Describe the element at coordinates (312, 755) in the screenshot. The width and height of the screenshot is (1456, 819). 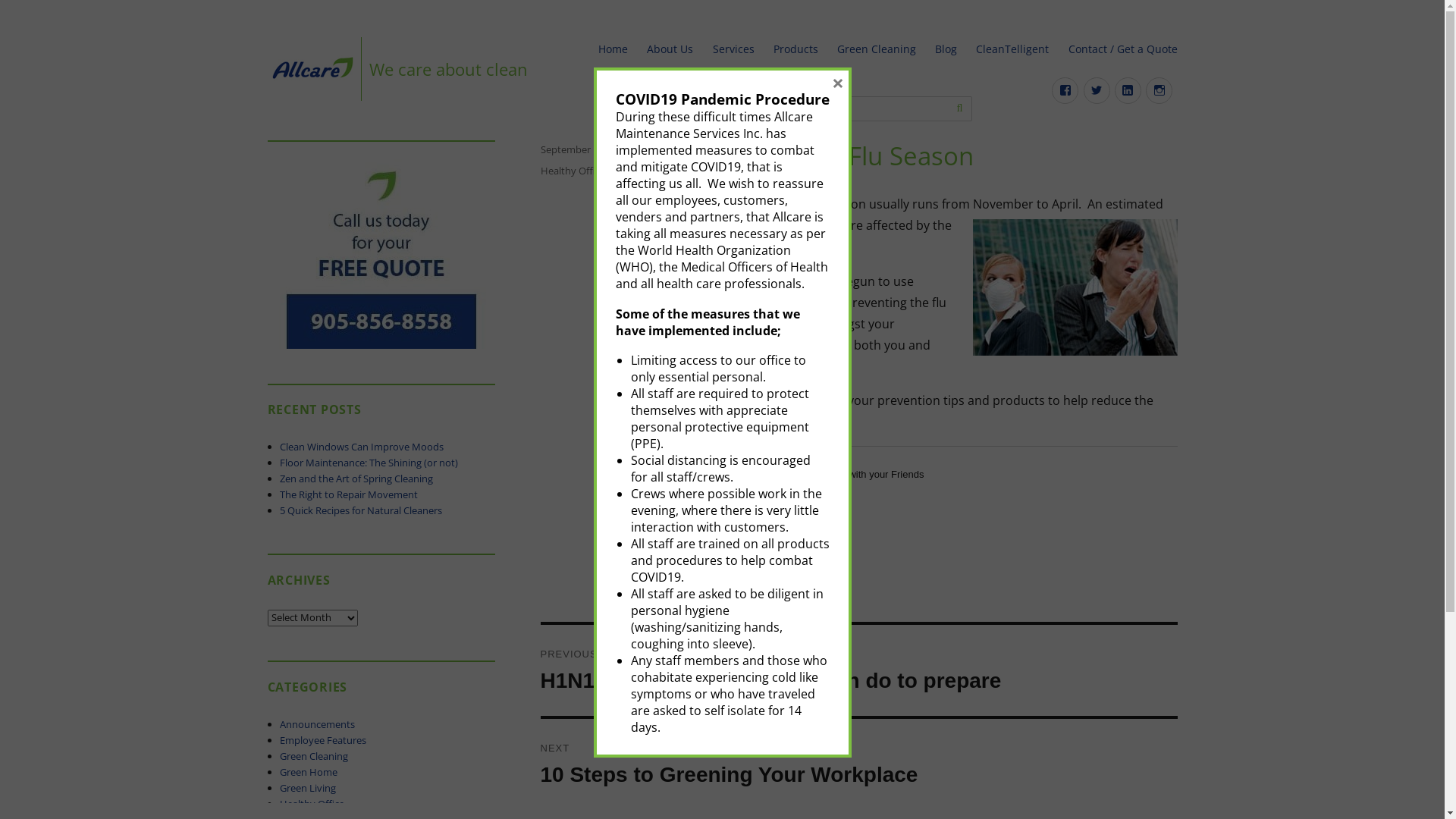
I see `'Green Cleaning'` at that location.